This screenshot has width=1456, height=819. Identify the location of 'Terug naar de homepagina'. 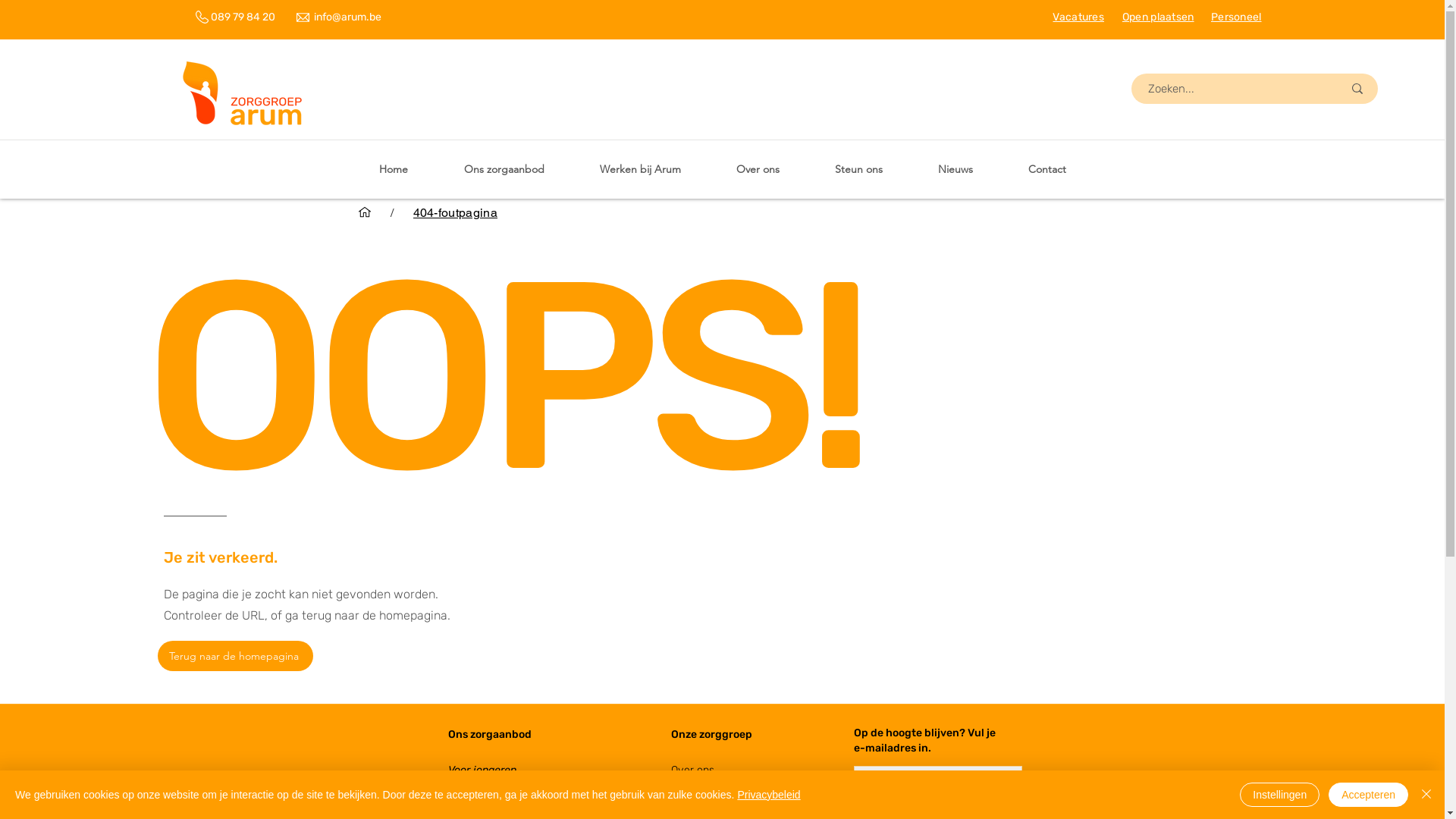
(157, 654).